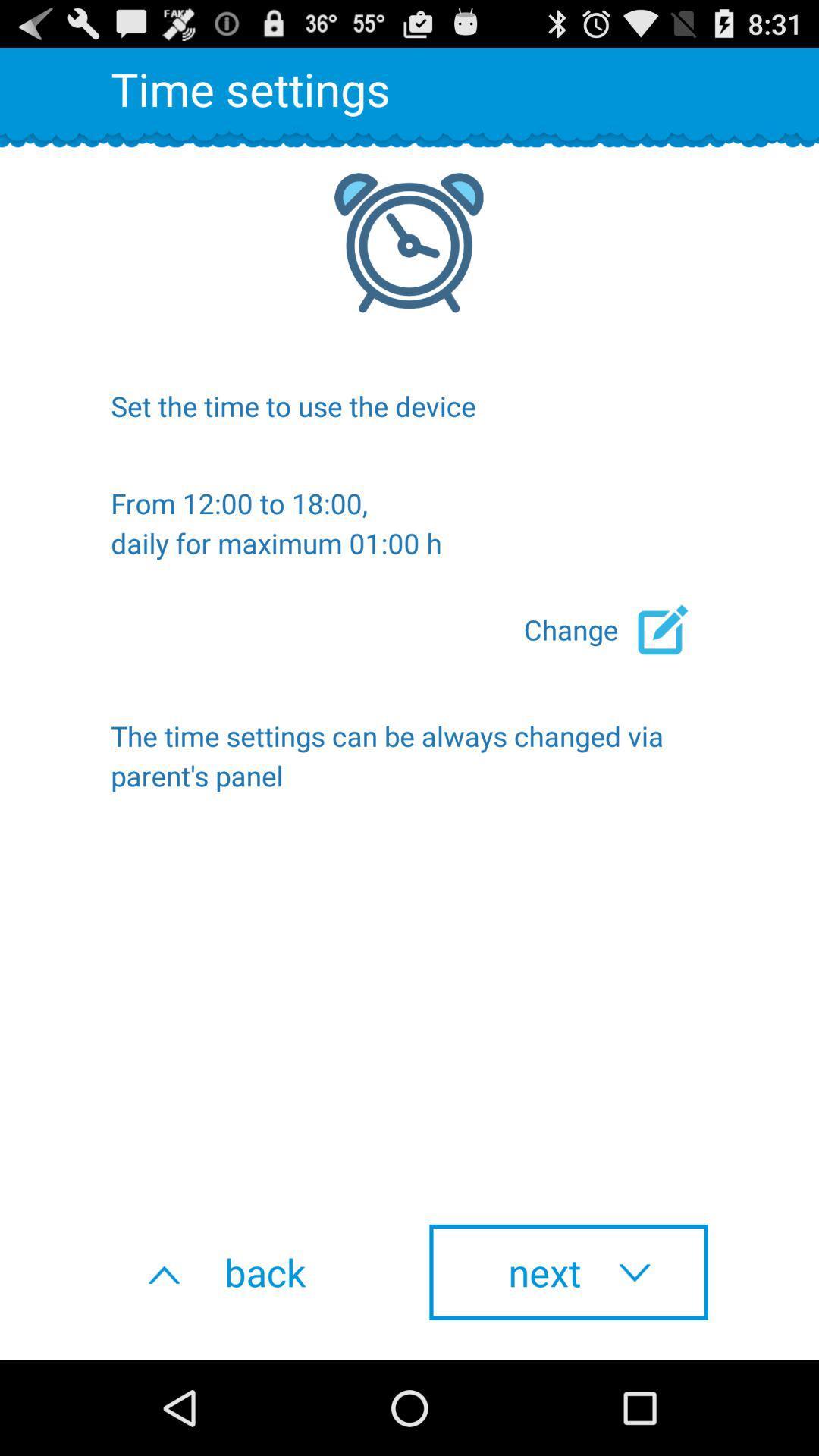 This screenshot has height=1456, width=819. What do you see at coordinates (616, 629) in the screenshot?
I see `the item above the time settings item` at bounding box center [616, 629].